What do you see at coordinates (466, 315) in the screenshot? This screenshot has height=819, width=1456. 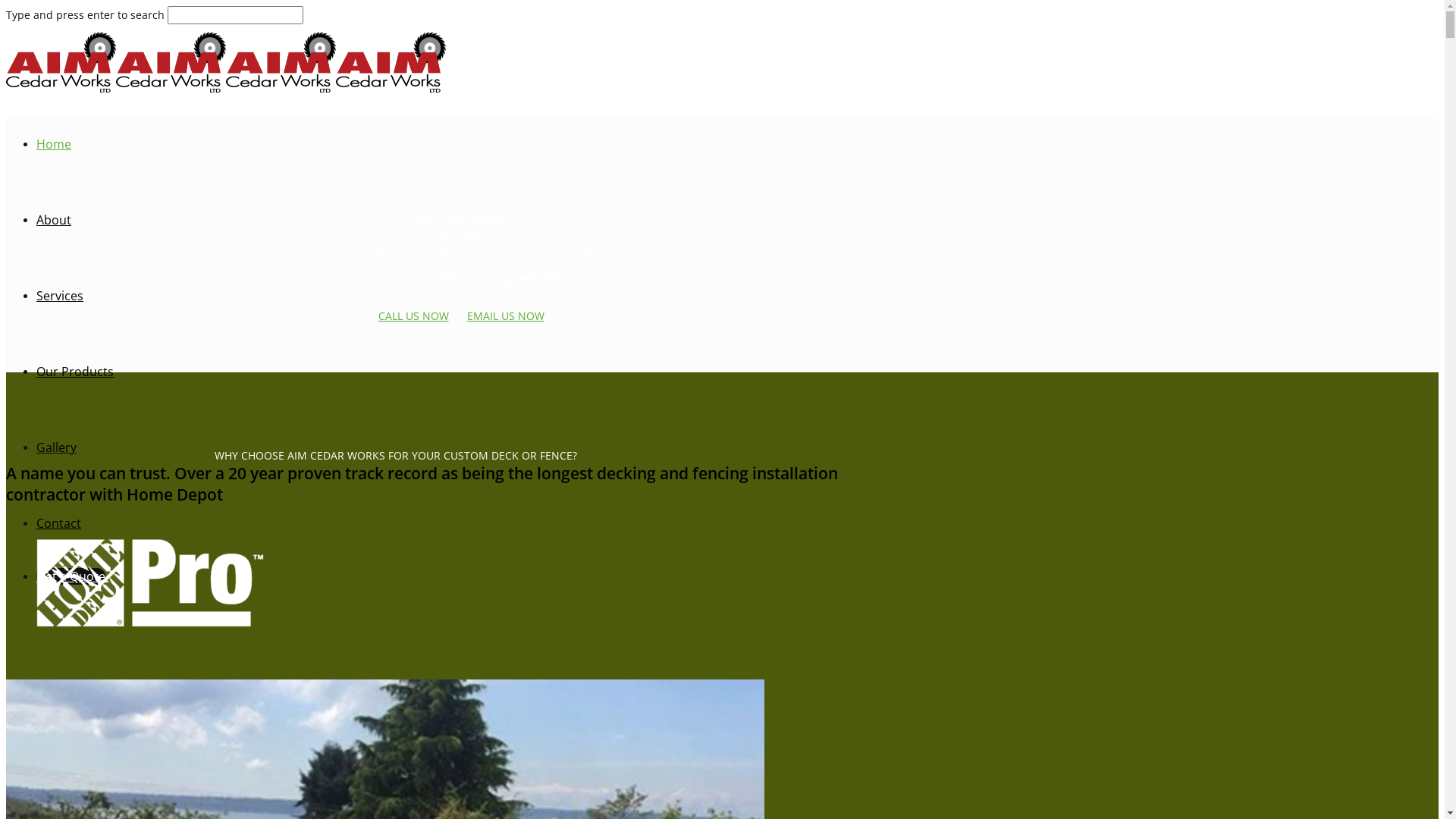 I see `'EMAIL US NOW'` at bounding box center [466, 315].